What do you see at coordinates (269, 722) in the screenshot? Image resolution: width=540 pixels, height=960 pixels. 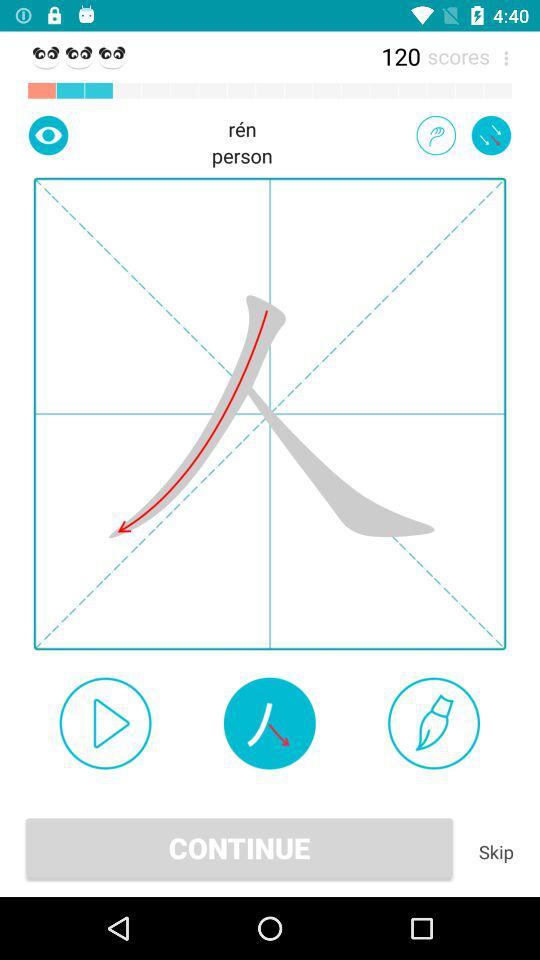 I see `moves element on screen` at bounding box center [269, 722].